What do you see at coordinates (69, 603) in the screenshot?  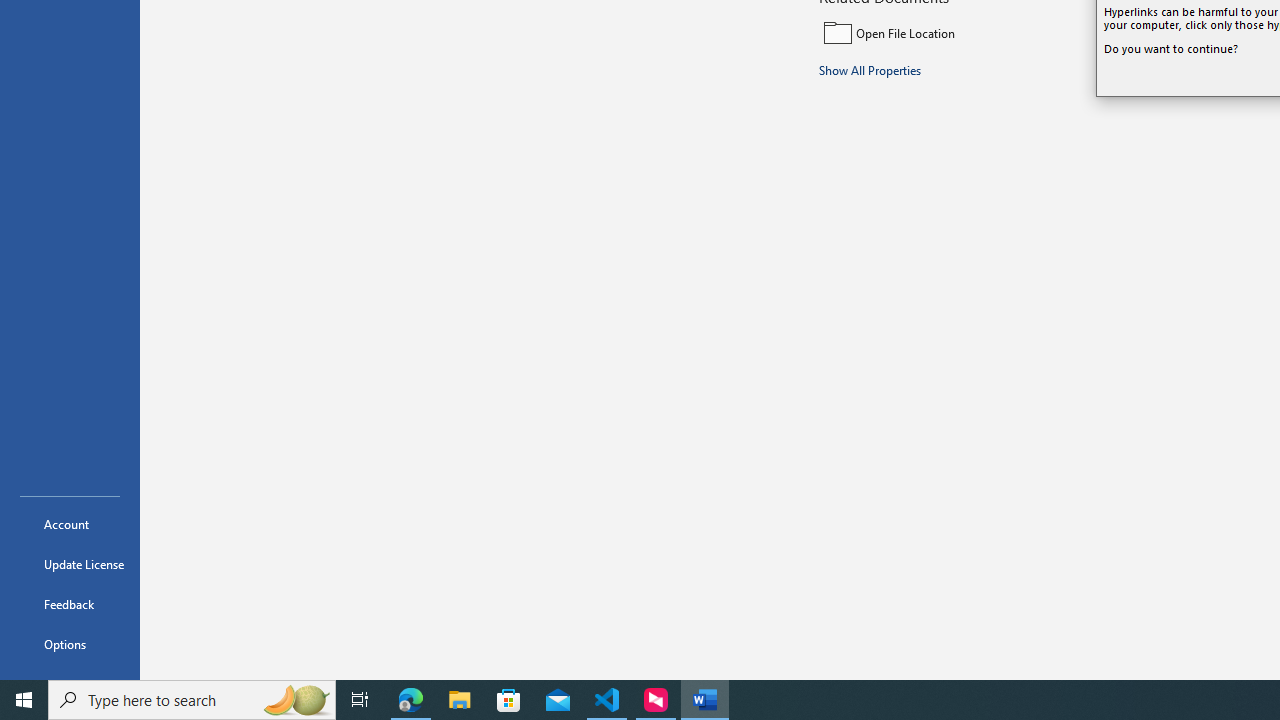 I see `'Feedback'` at bounding box center [69, 603].